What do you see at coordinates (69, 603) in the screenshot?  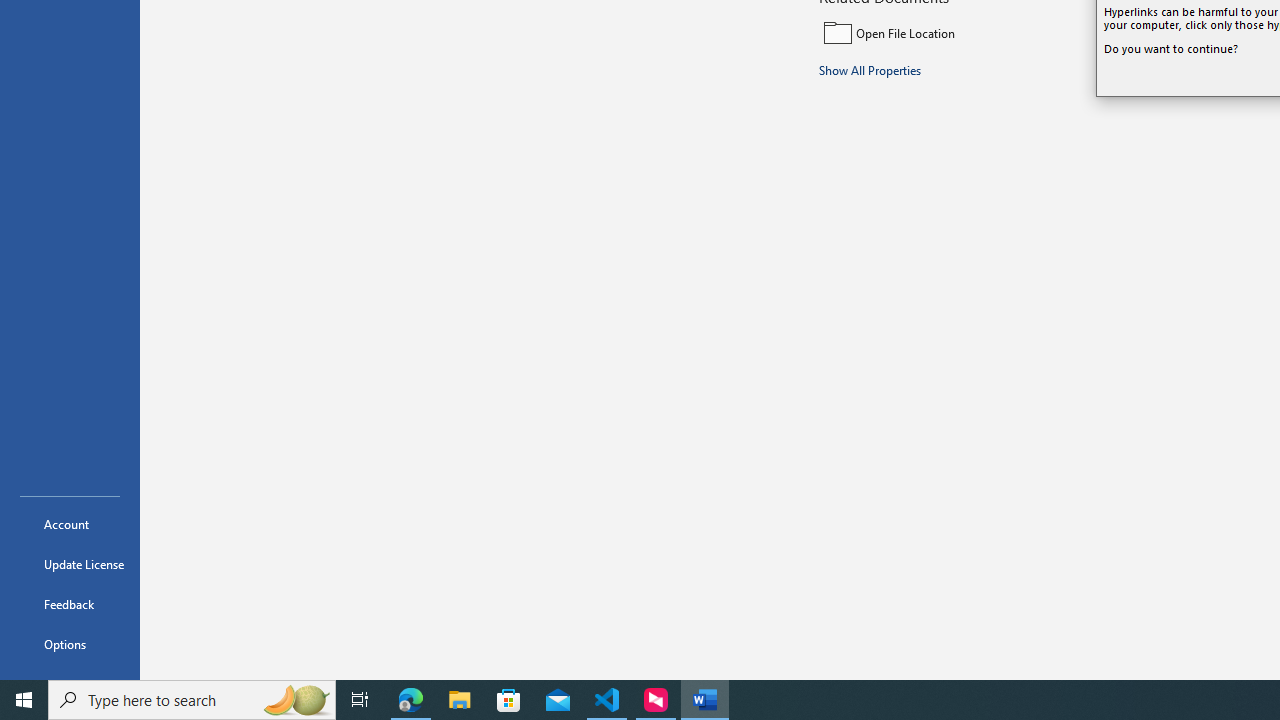 I see `'Feedback'` at bounding box center [69, 603].